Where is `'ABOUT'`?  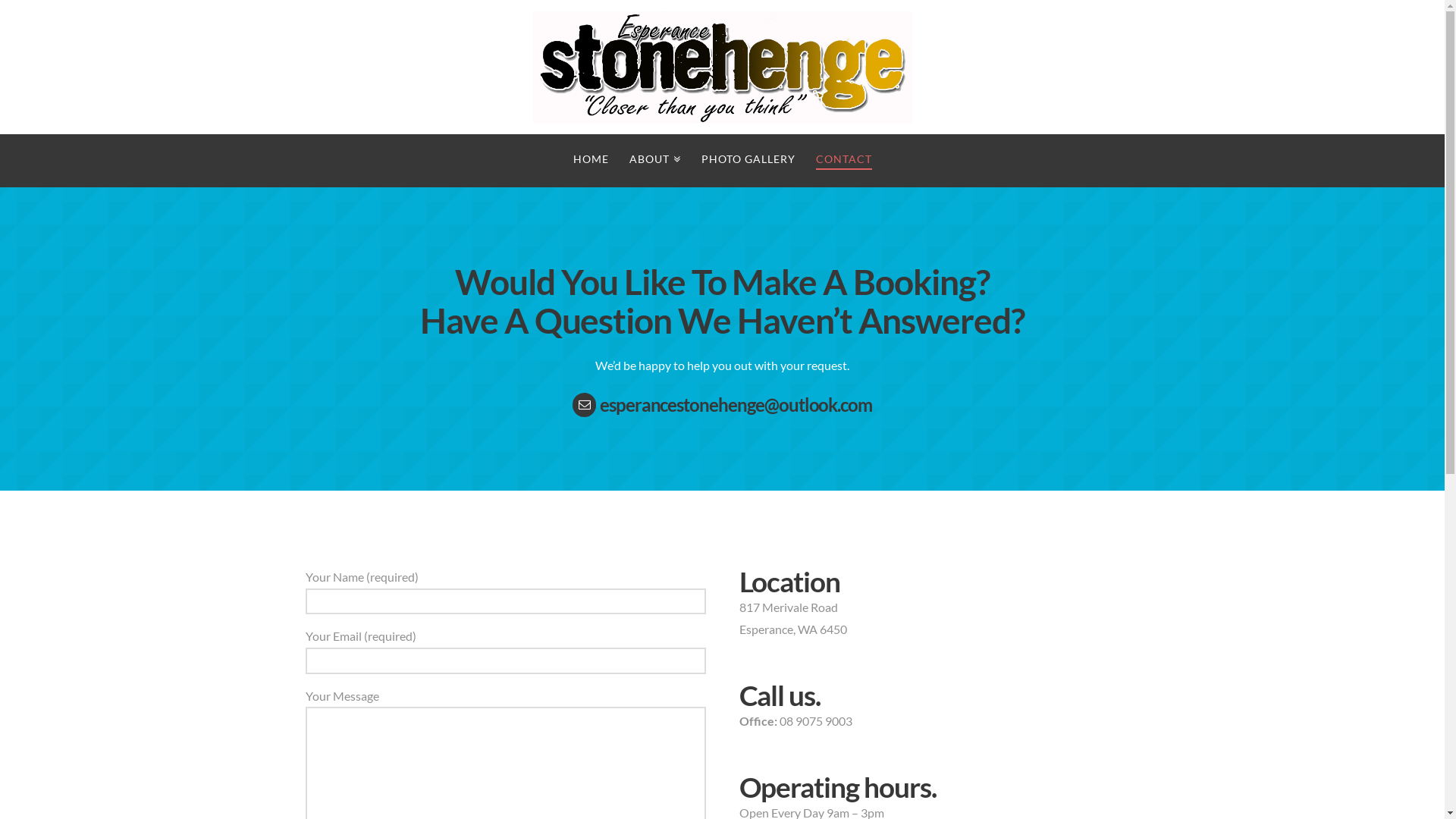 'ABOUT' is located at coordinates (654, 161).